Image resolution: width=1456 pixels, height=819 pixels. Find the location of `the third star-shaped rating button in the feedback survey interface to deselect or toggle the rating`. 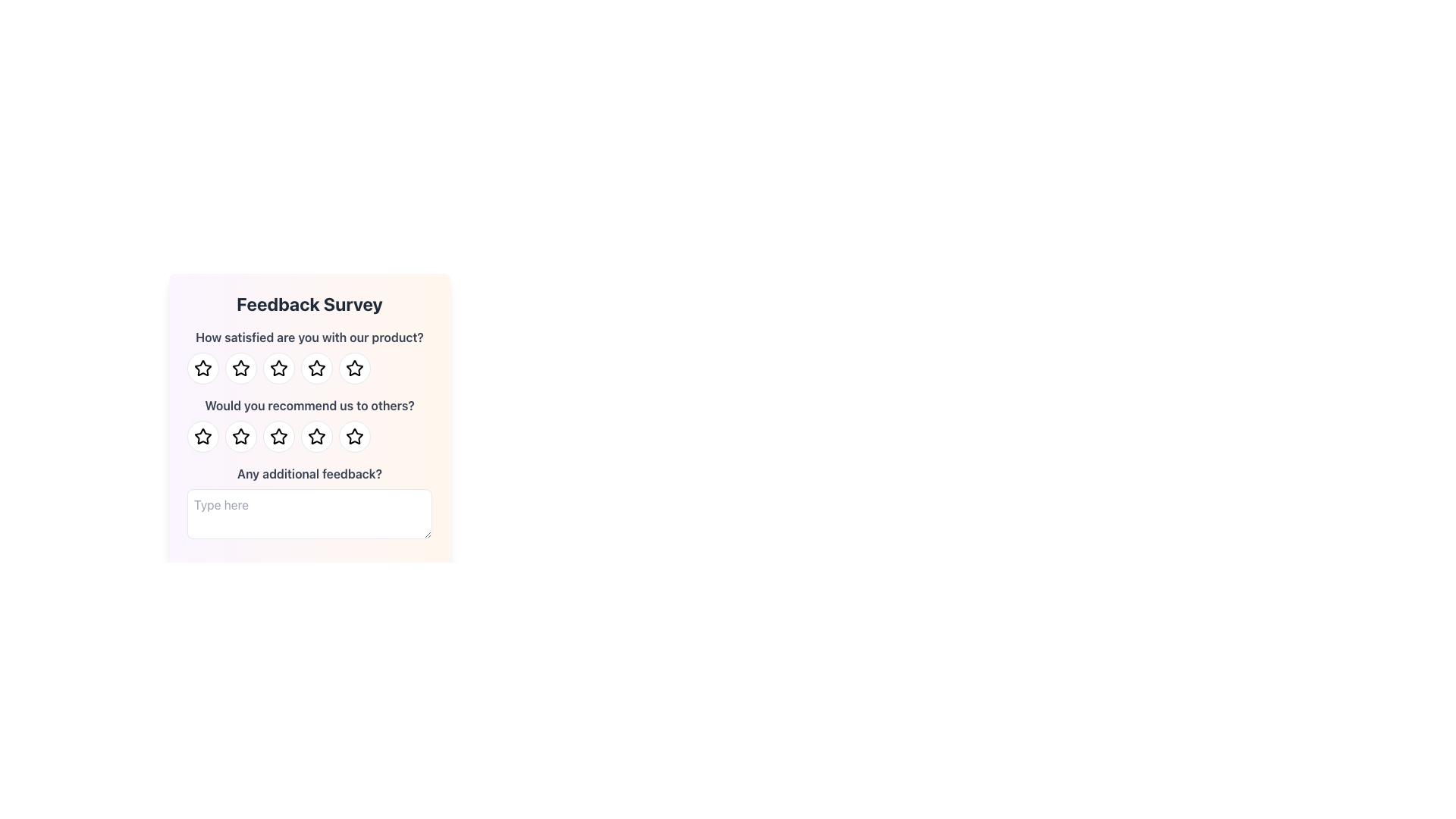

the third star-shaped rating button in the feedback survey interface to deselect or toggle the rating is located at coordinates (279, 369).